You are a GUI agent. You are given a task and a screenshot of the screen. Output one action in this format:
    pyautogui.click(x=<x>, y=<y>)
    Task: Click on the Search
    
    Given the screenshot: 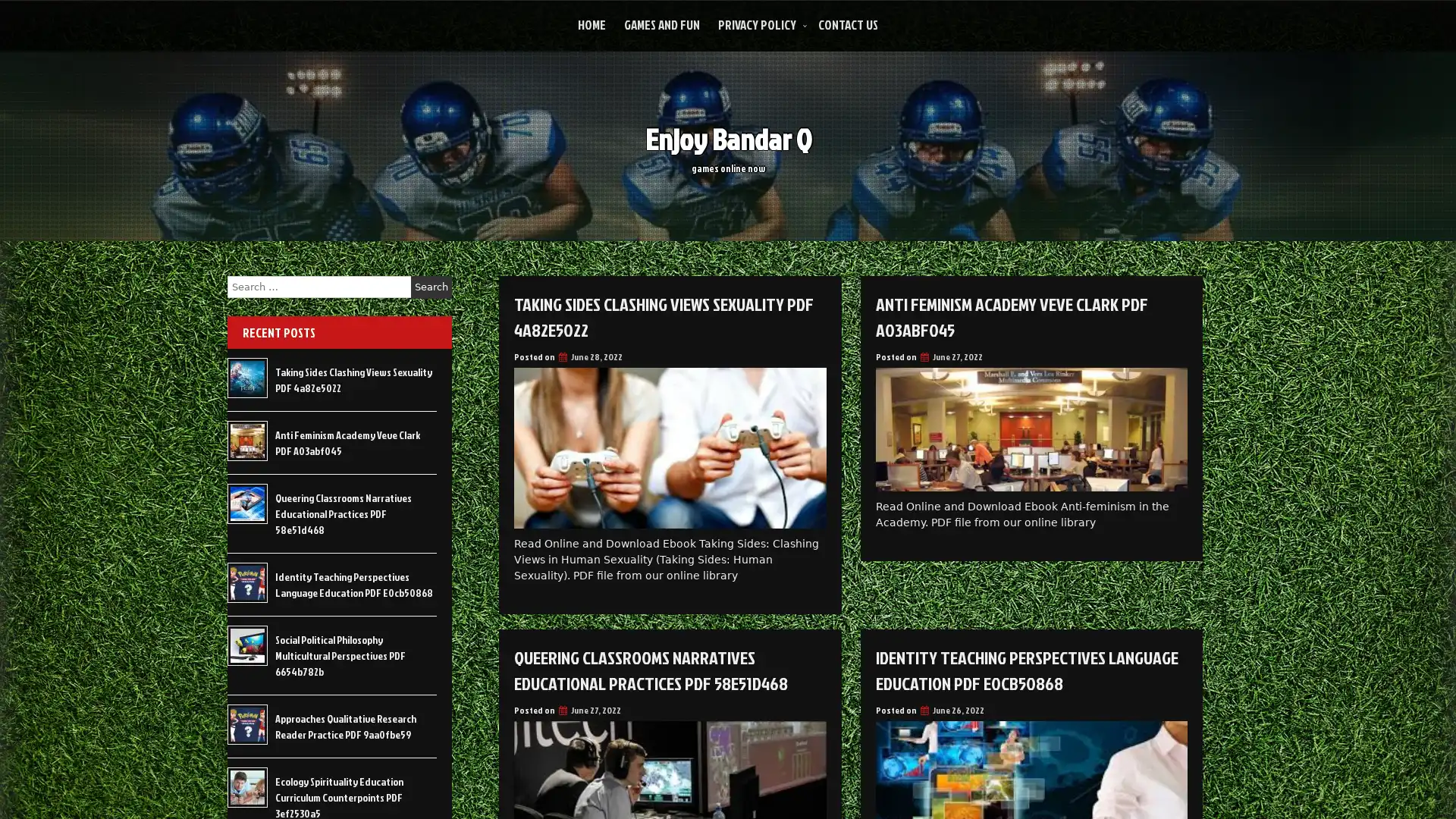 What is the action you would take?
    pyautogui.click(x=431, y=287)
    